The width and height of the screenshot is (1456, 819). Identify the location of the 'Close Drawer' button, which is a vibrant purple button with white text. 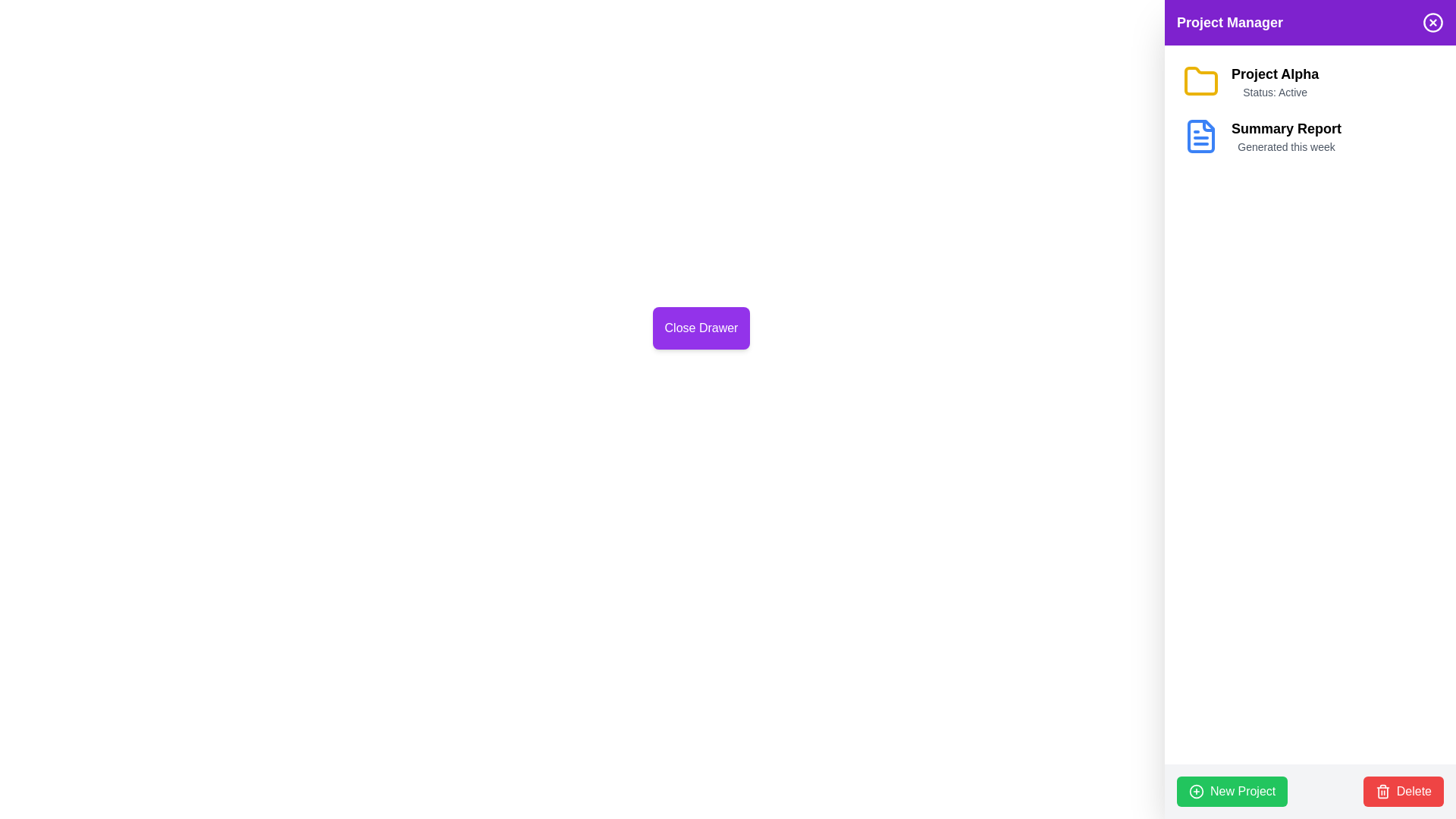
(701, 327).